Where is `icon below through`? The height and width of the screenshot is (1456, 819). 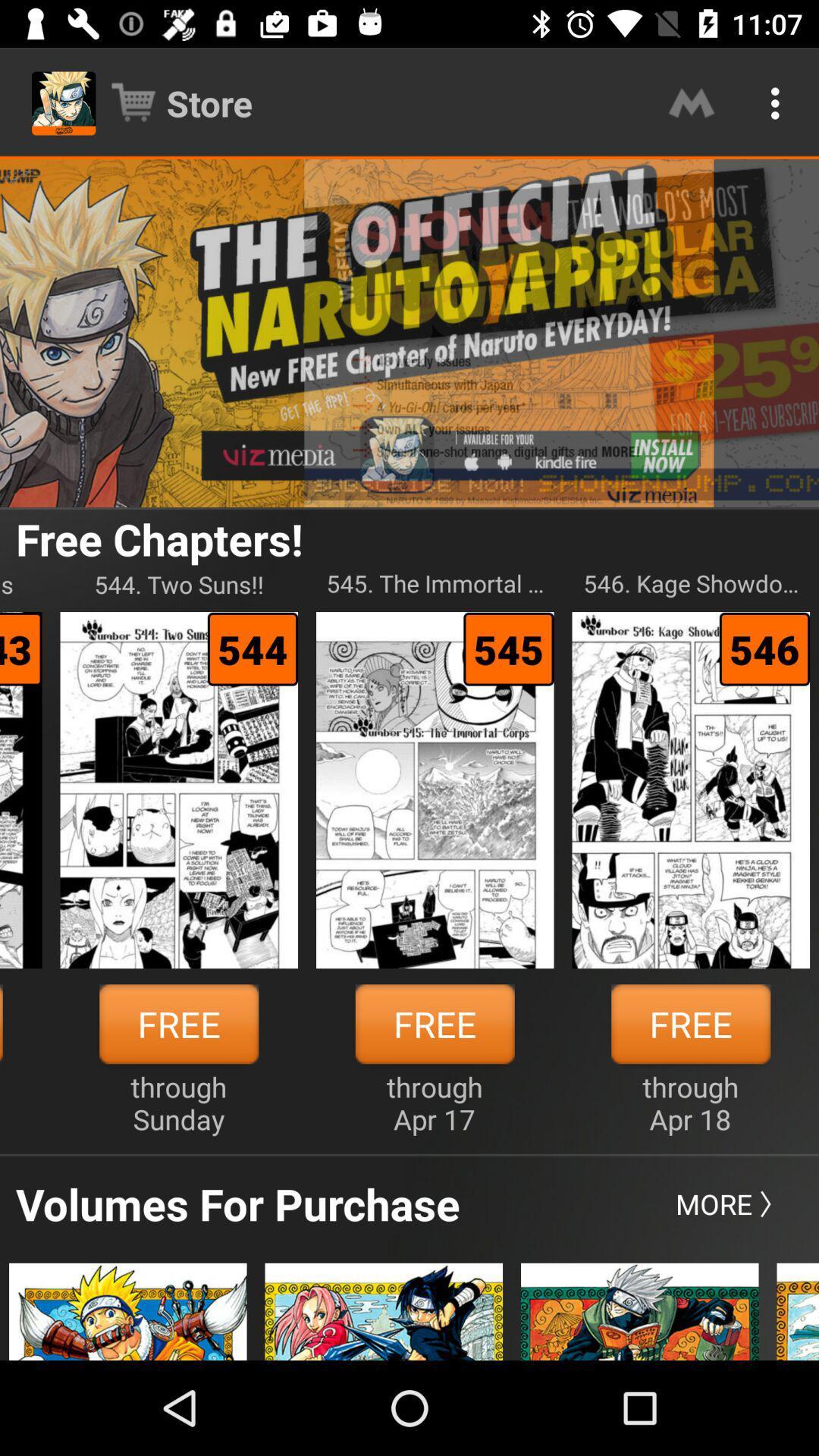
icon below through is located at coordinates (237, 1203).